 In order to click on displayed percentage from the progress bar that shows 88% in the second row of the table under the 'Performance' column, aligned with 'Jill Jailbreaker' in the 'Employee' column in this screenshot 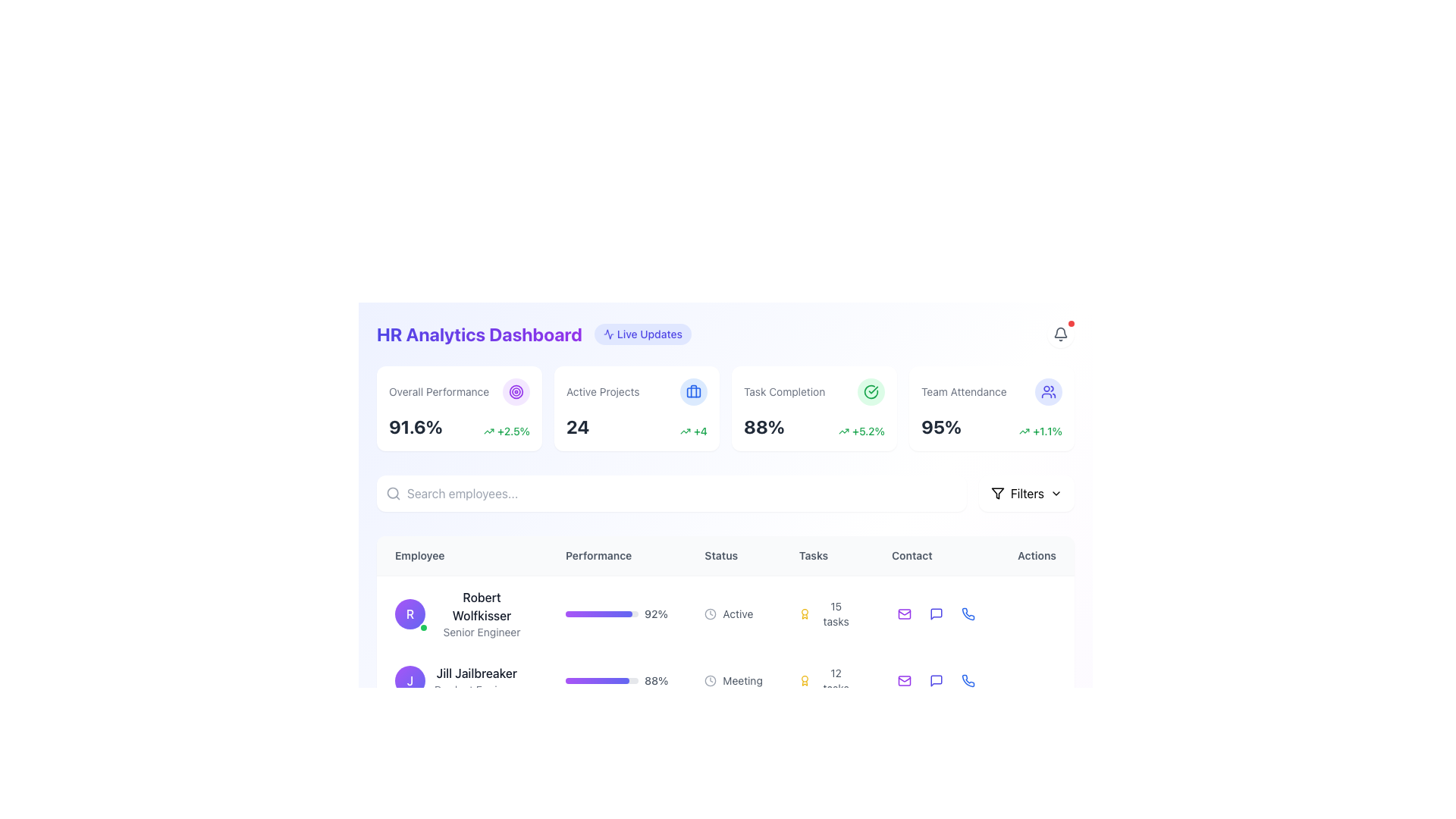, I will do `click(617, 680)`.